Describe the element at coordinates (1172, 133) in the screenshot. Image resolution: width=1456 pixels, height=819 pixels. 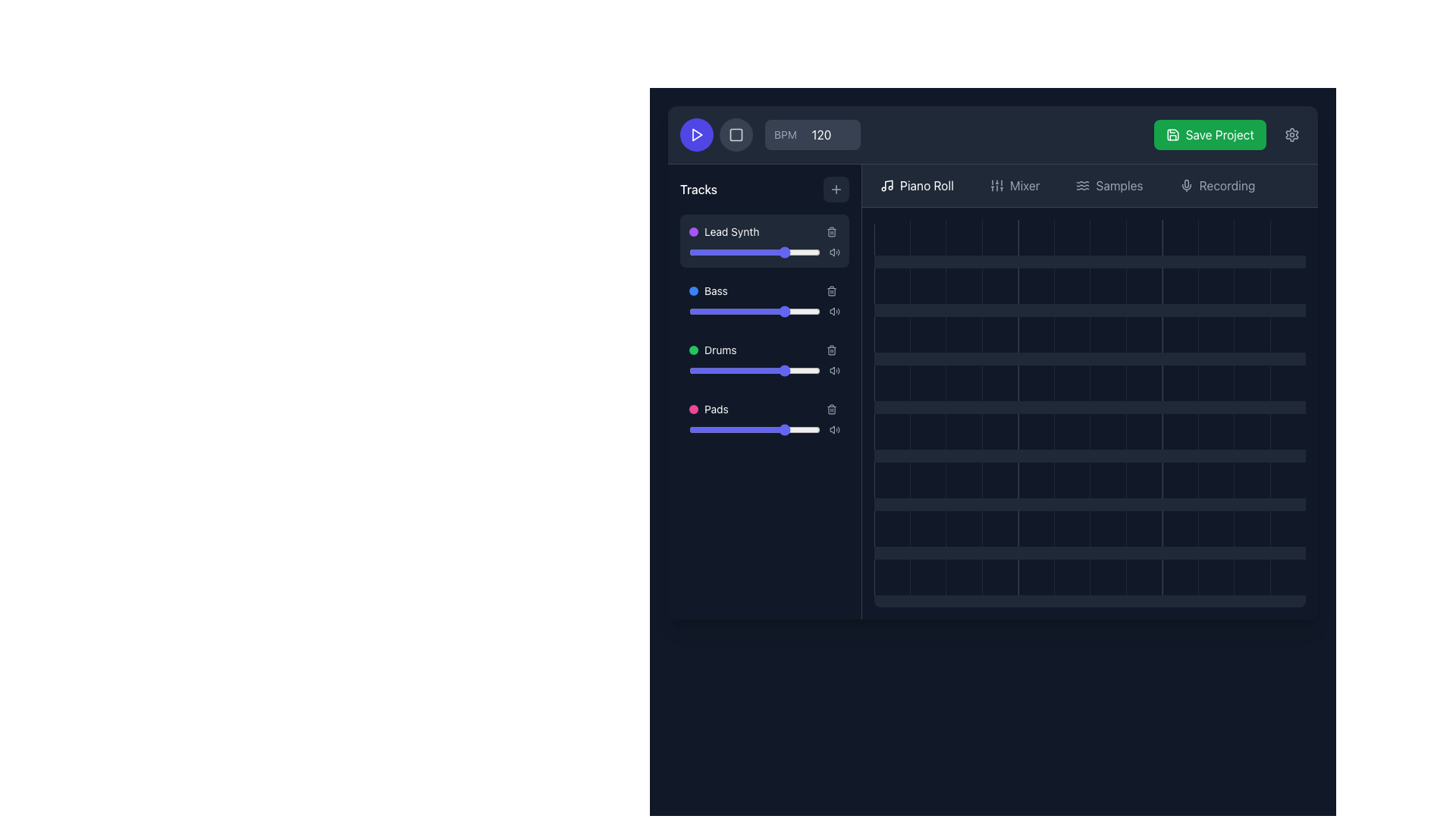
I see `the save icon within the 'Save Project' button` at that location.